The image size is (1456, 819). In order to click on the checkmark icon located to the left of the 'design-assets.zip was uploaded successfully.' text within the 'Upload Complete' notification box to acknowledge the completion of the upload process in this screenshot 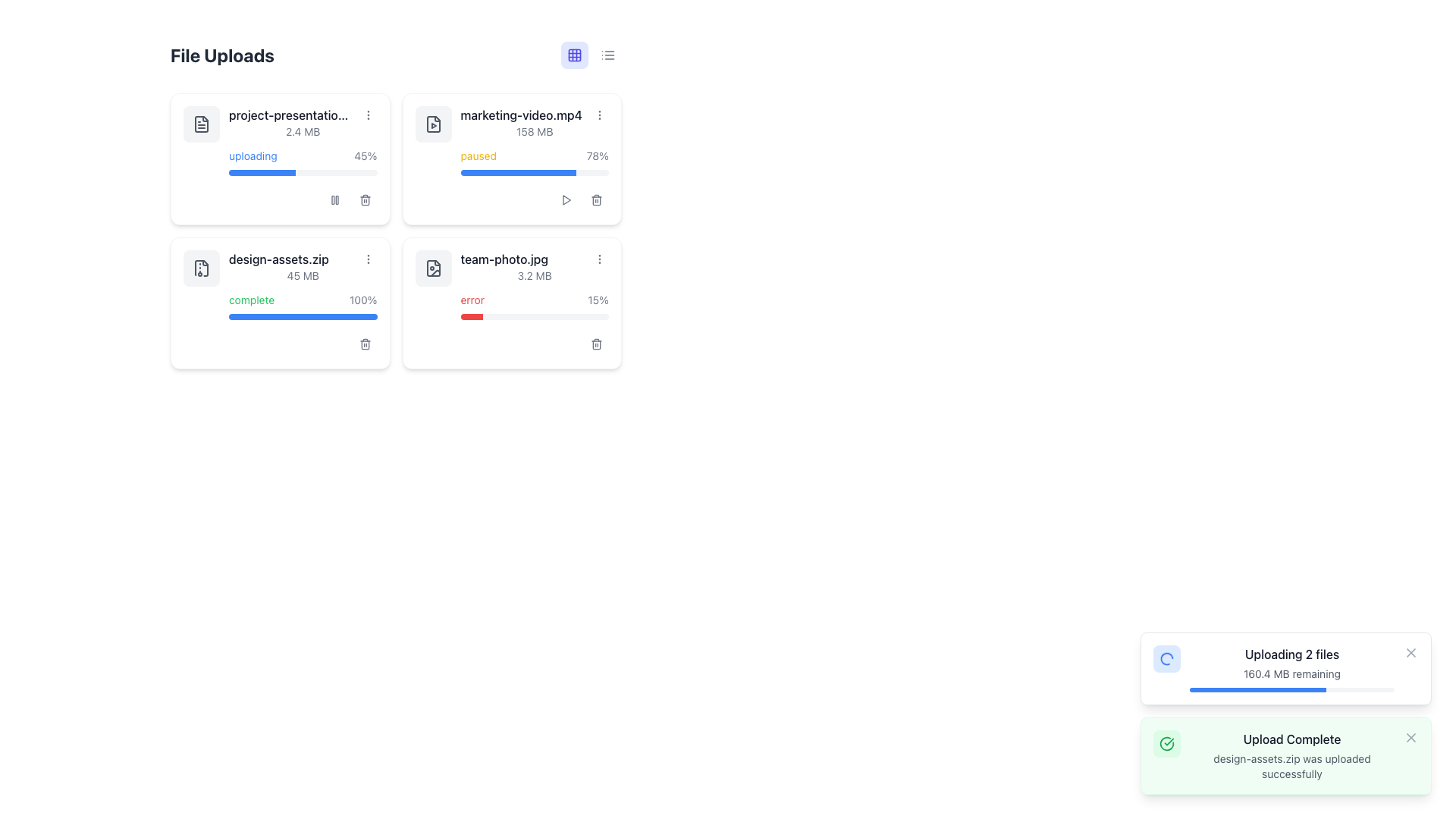, I will do `click(1166, 742)`.